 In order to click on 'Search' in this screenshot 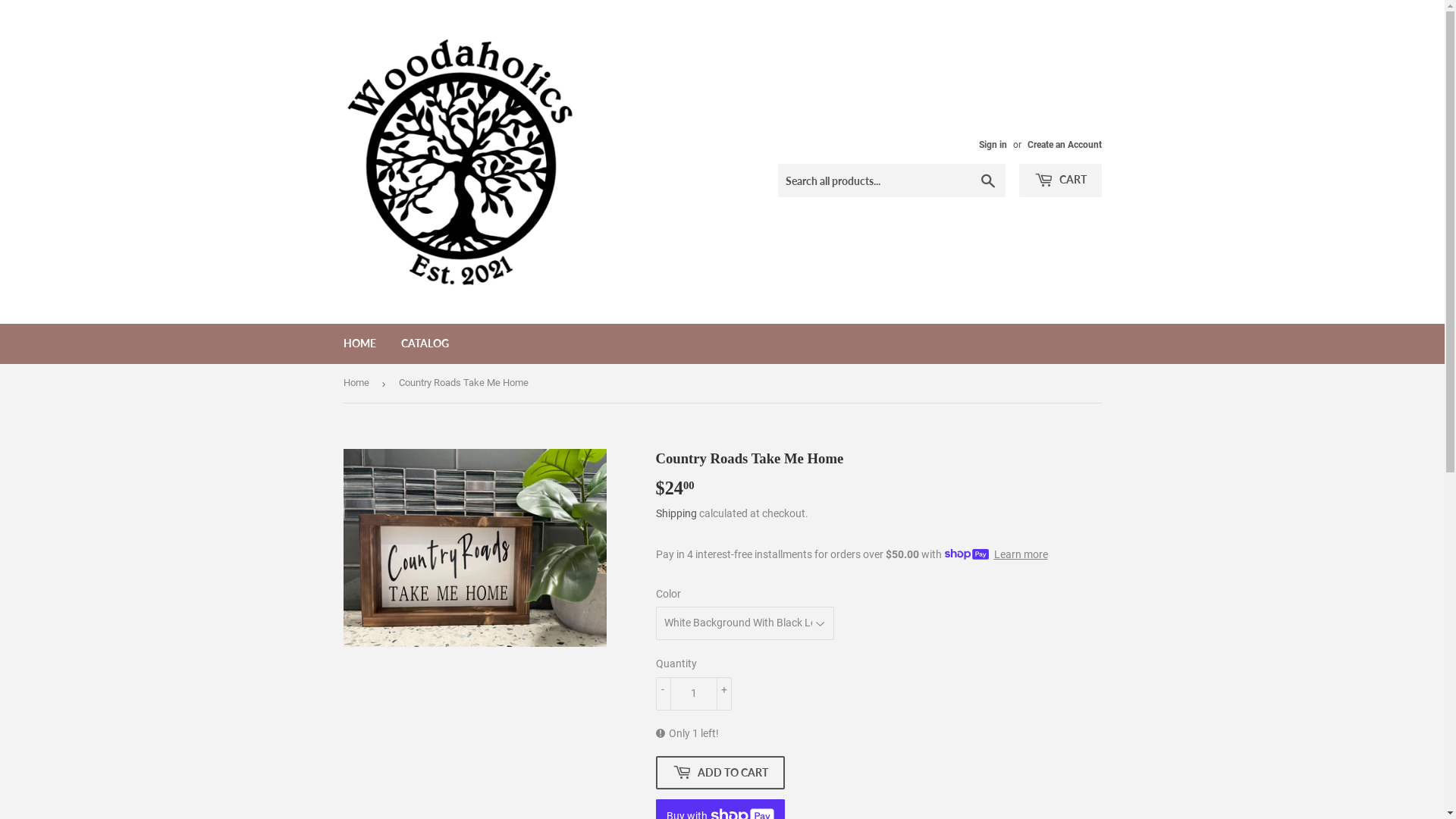, I will do `click(987, 180)`.